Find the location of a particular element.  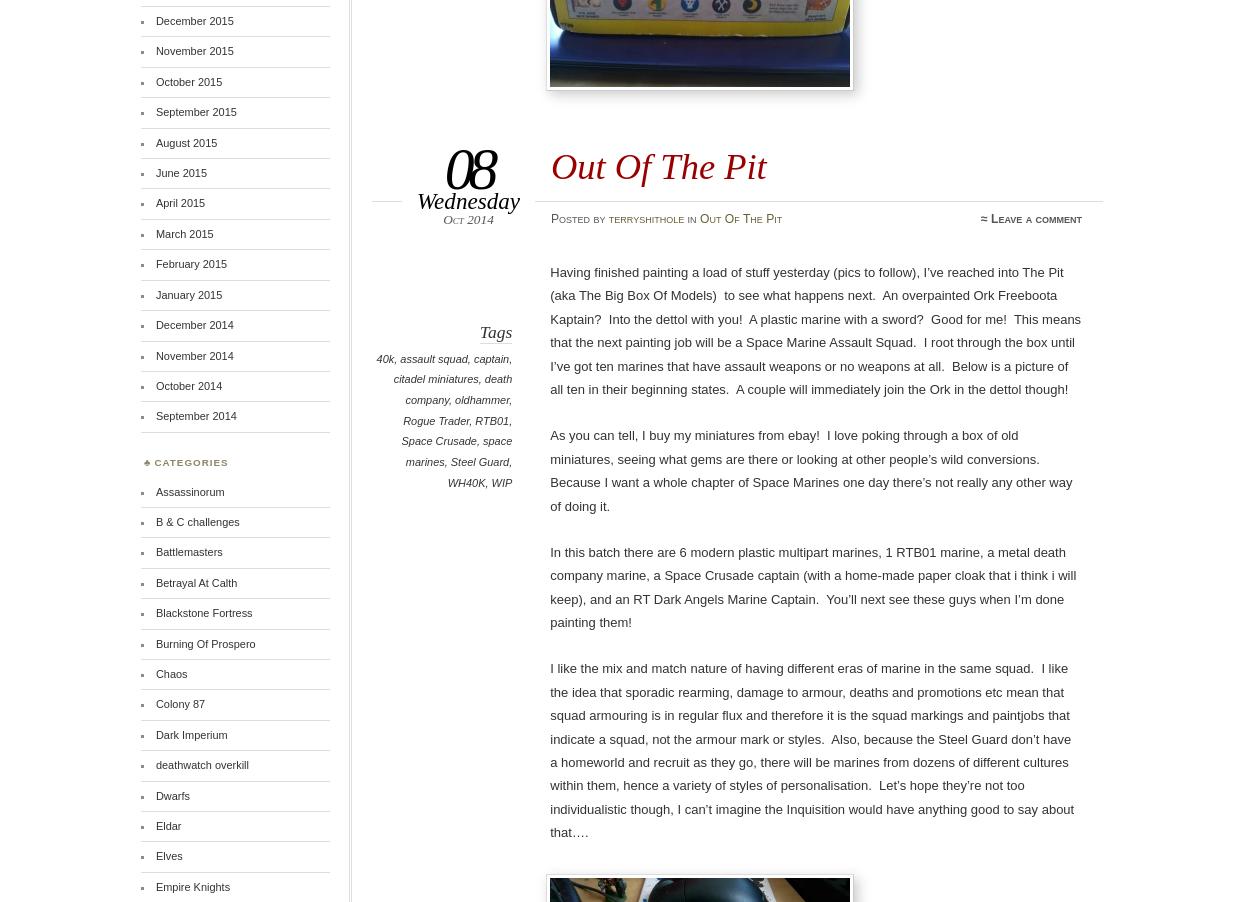

'I like the mix and match nature of having different eras of marine in the same squad.  I like the idea that sporadic rearming, damage to armour, deaths and promotions etc mean that squad armouring is in regular flux and therefore it is the squad markings and paintjobs that indicate a squad, not the armour mark or styles.  Also, because the Steel Guard don’t have a homeworld and recruit as they go, there will be marines from dozens of different cultures within them, hence a variety of styles of personalisation.  Let’s hope they’re not too individualistic though, I can’t imagine the Inquisition would have anything good to say about that….' is located at coordinates (812, 750).